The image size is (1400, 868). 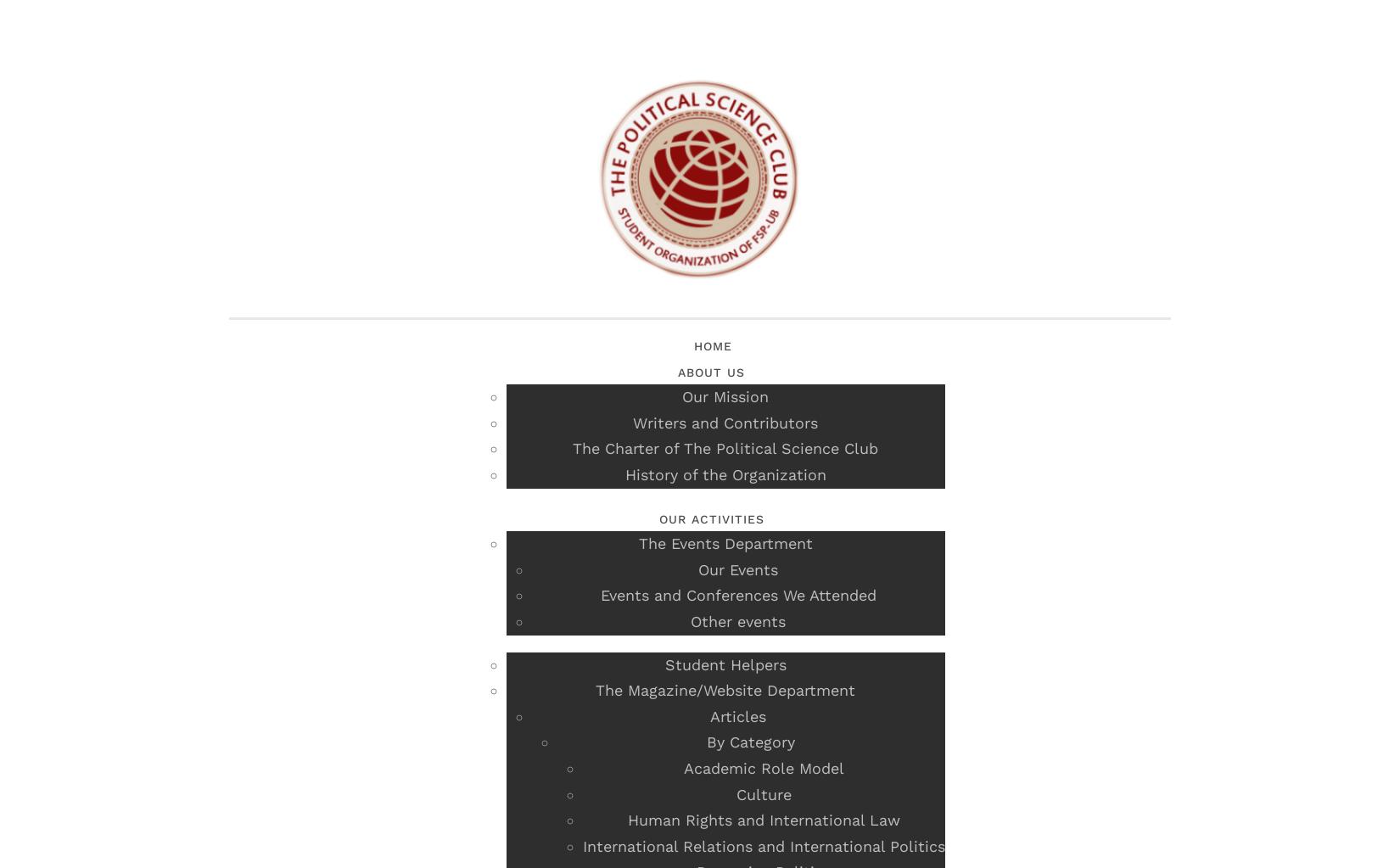 I want to click on 'Our Events', so click(x=738, y=568).